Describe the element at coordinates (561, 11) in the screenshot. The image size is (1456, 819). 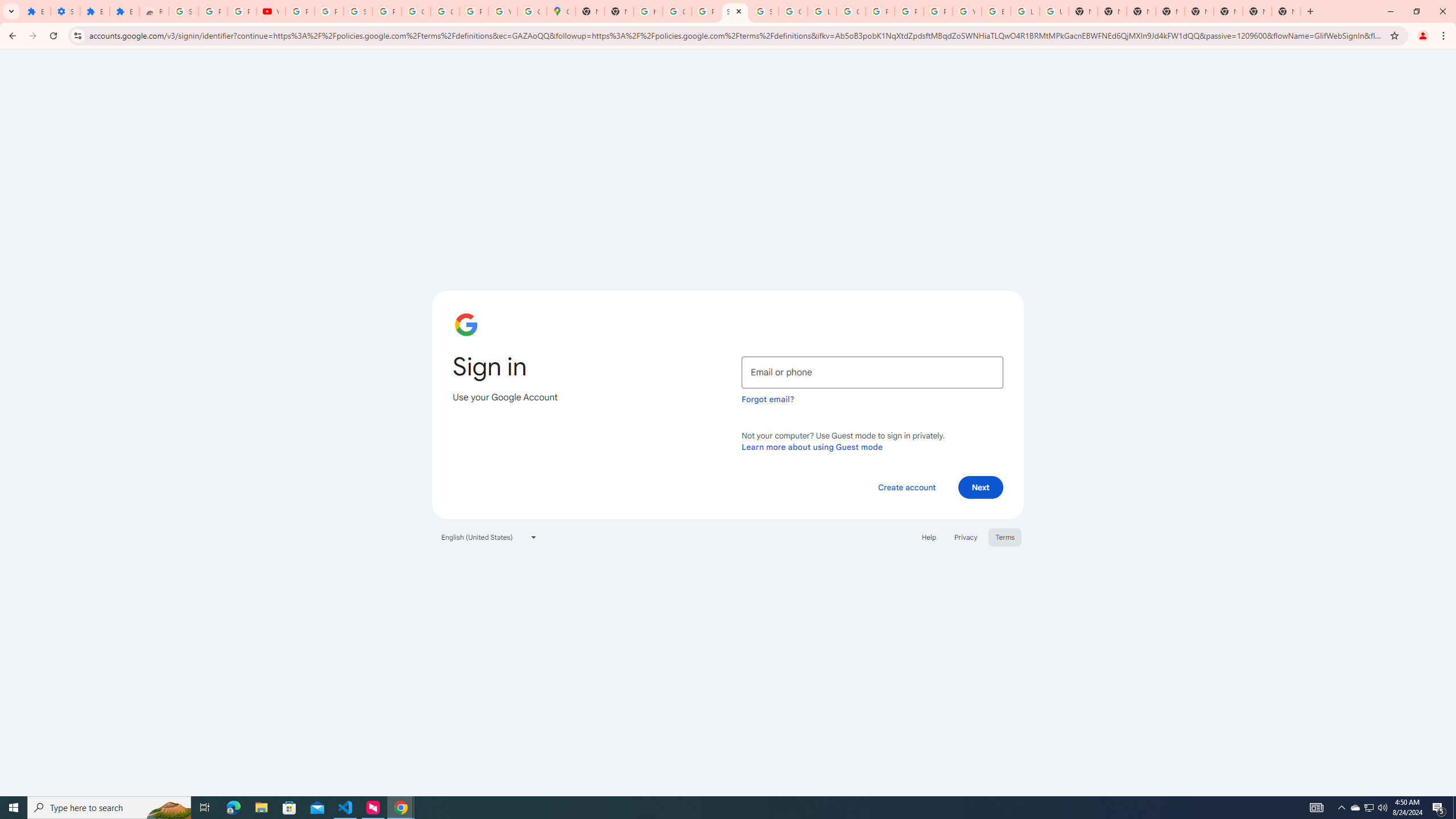
I see `'Google Maps'` at that location.